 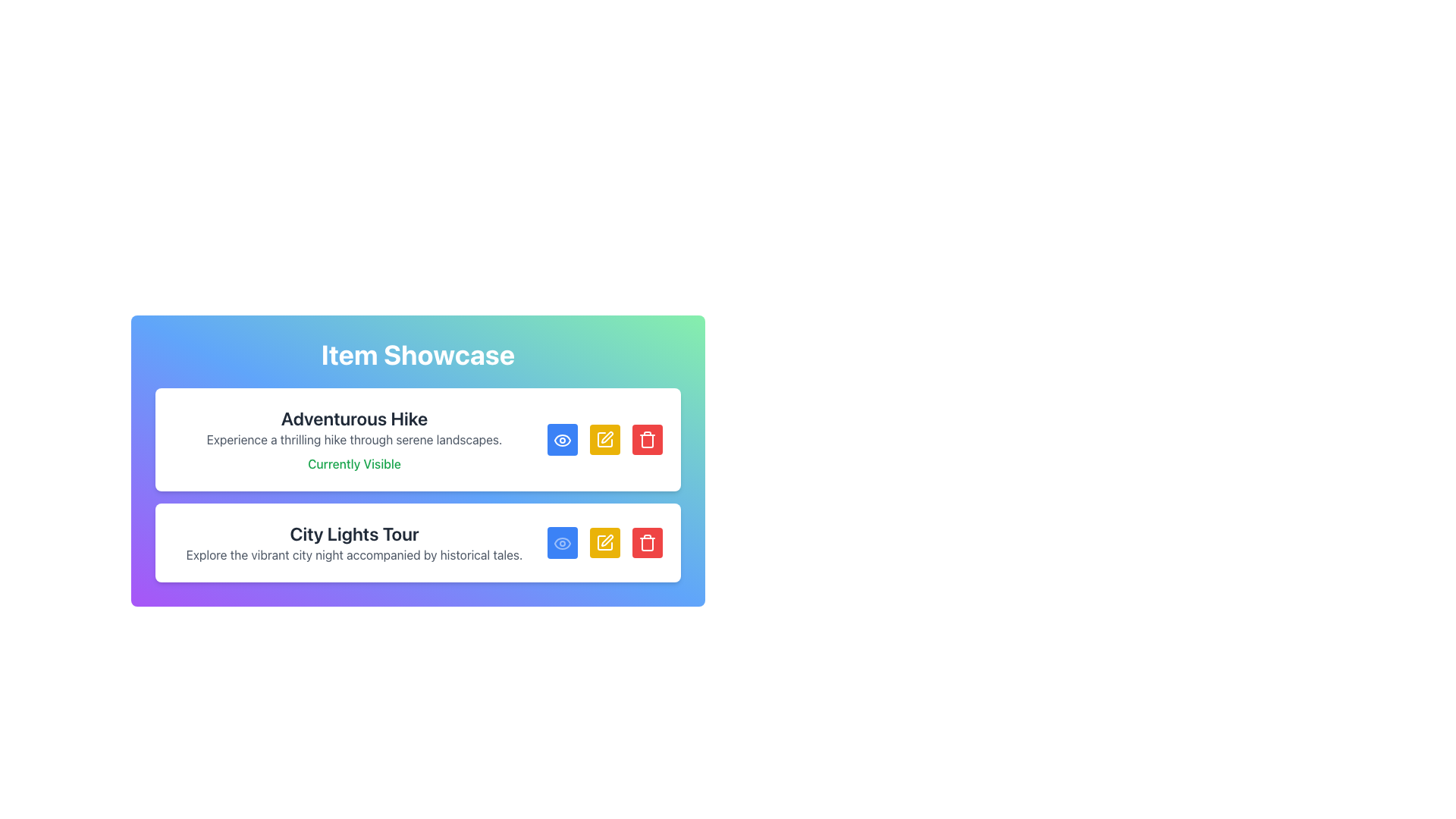 What do you see at coordinates (353, 463) in the screenshot?
I see `the text label that displays the phrase 'Currently Visible', which is styled in green color and positioned below the subtitle of the hiking activity description` at bounding box center [353, 463].